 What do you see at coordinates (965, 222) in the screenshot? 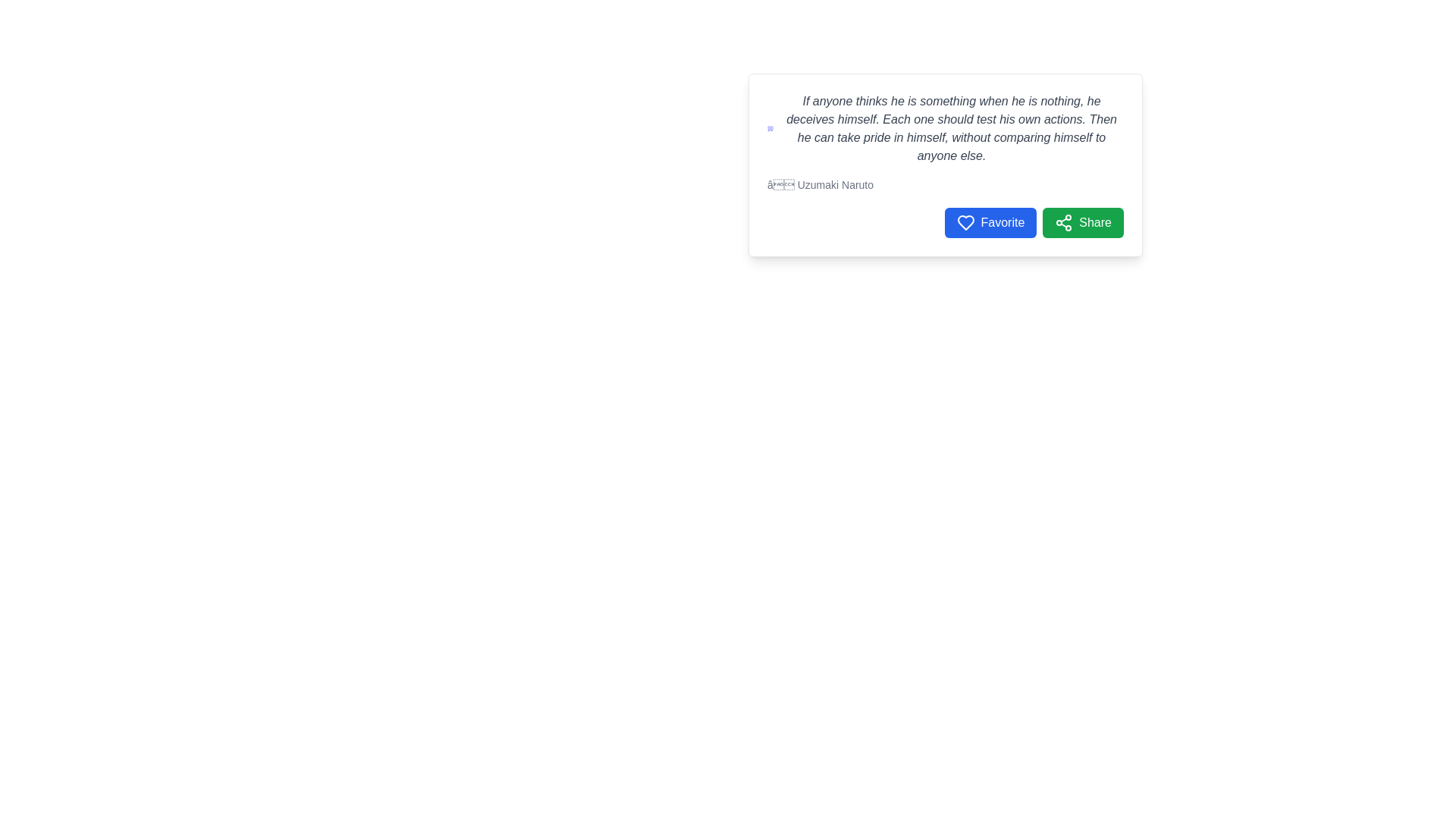
I see `the heart icon with a blue outline located in the bottom-right corner of the card` at bounding box center [965, 222].